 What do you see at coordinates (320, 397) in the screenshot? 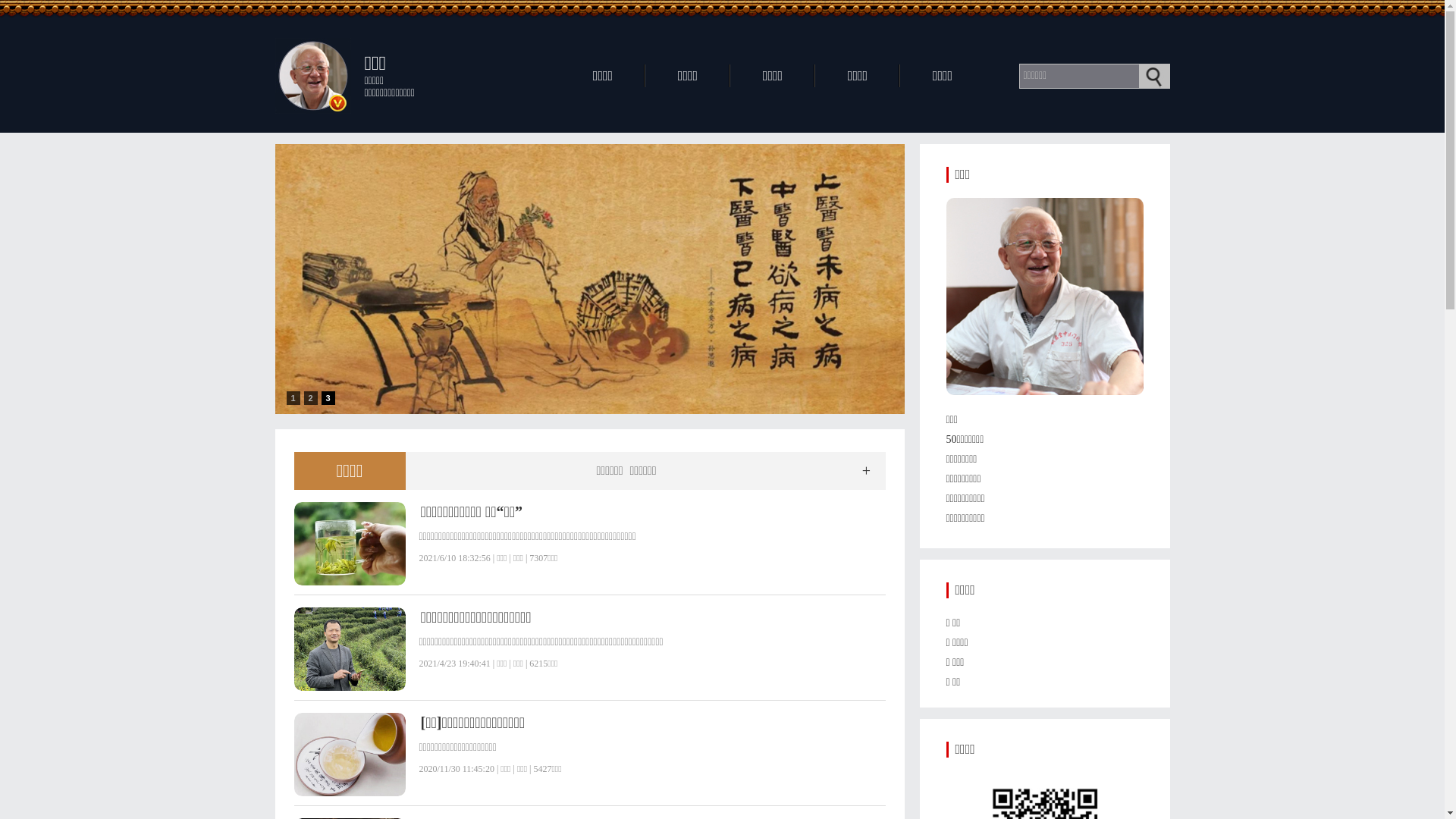
I see `'3'` at bounding box center [320, 397].